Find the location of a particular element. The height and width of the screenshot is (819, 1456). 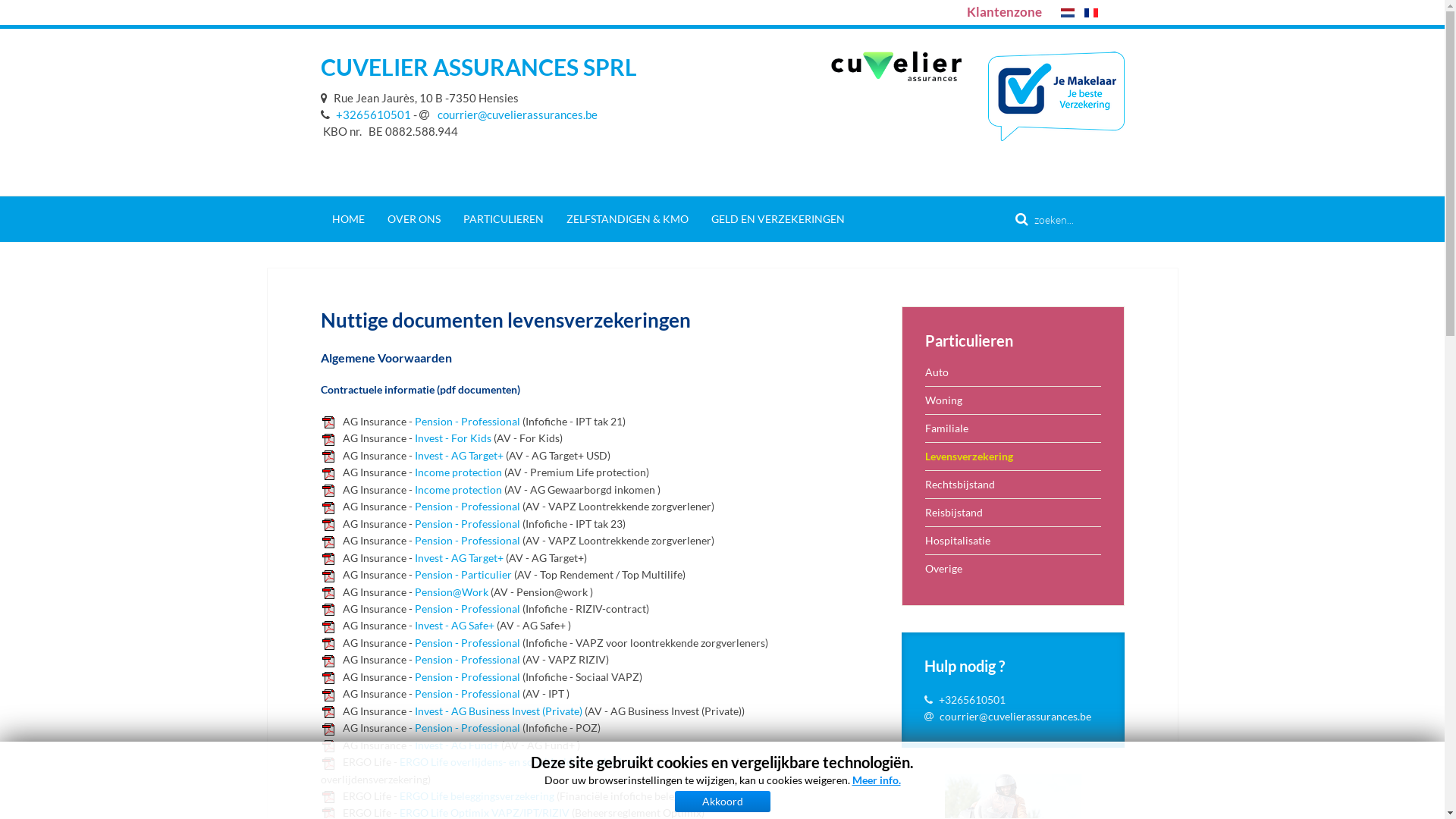

'PARTICULIEREN' is located at coordinates (503, 219).